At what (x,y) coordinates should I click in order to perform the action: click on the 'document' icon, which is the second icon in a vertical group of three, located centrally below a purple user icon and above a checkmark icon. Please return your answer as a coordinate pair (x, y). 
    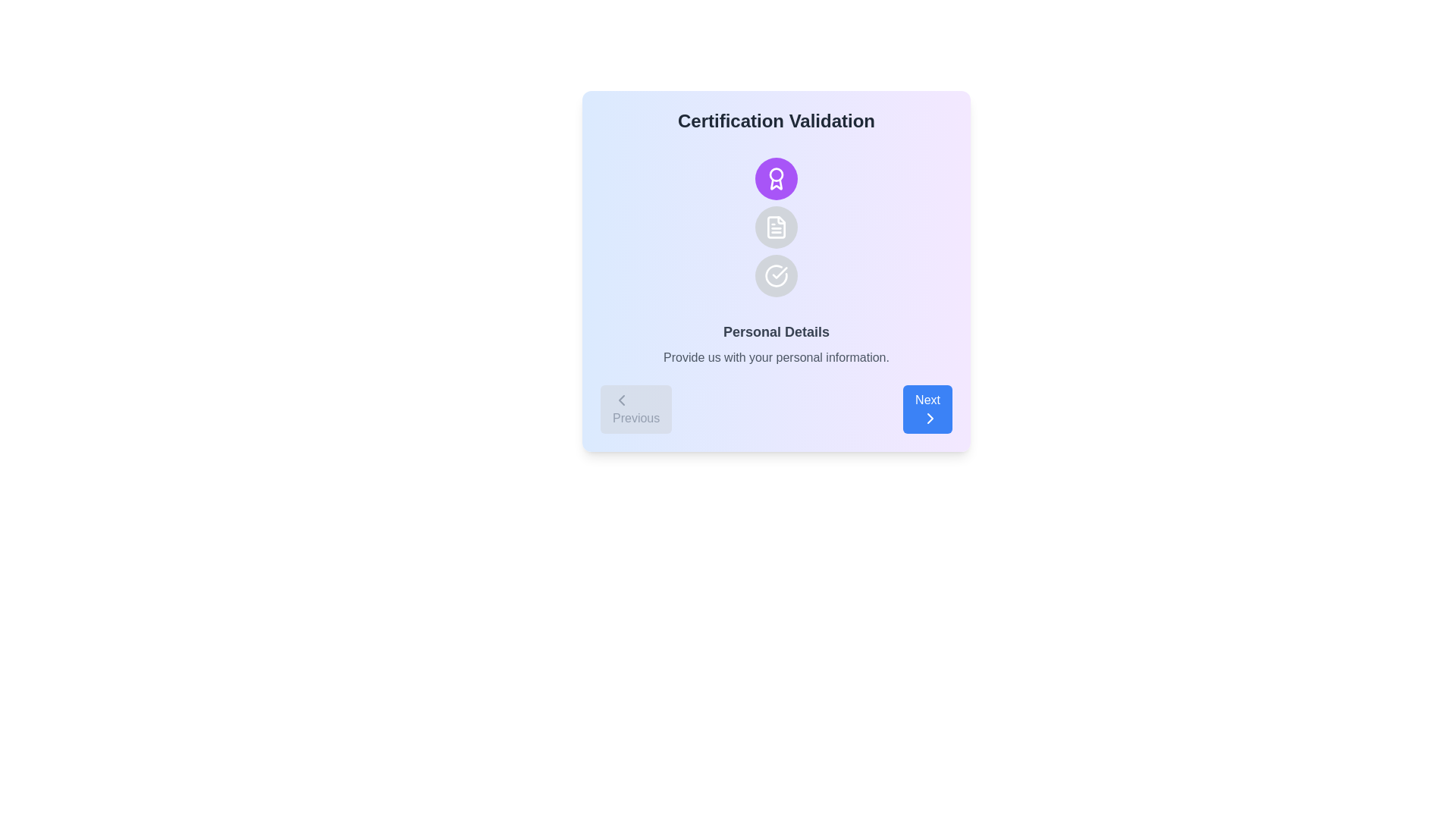
    Looking at the image, I should click on (776, 227).